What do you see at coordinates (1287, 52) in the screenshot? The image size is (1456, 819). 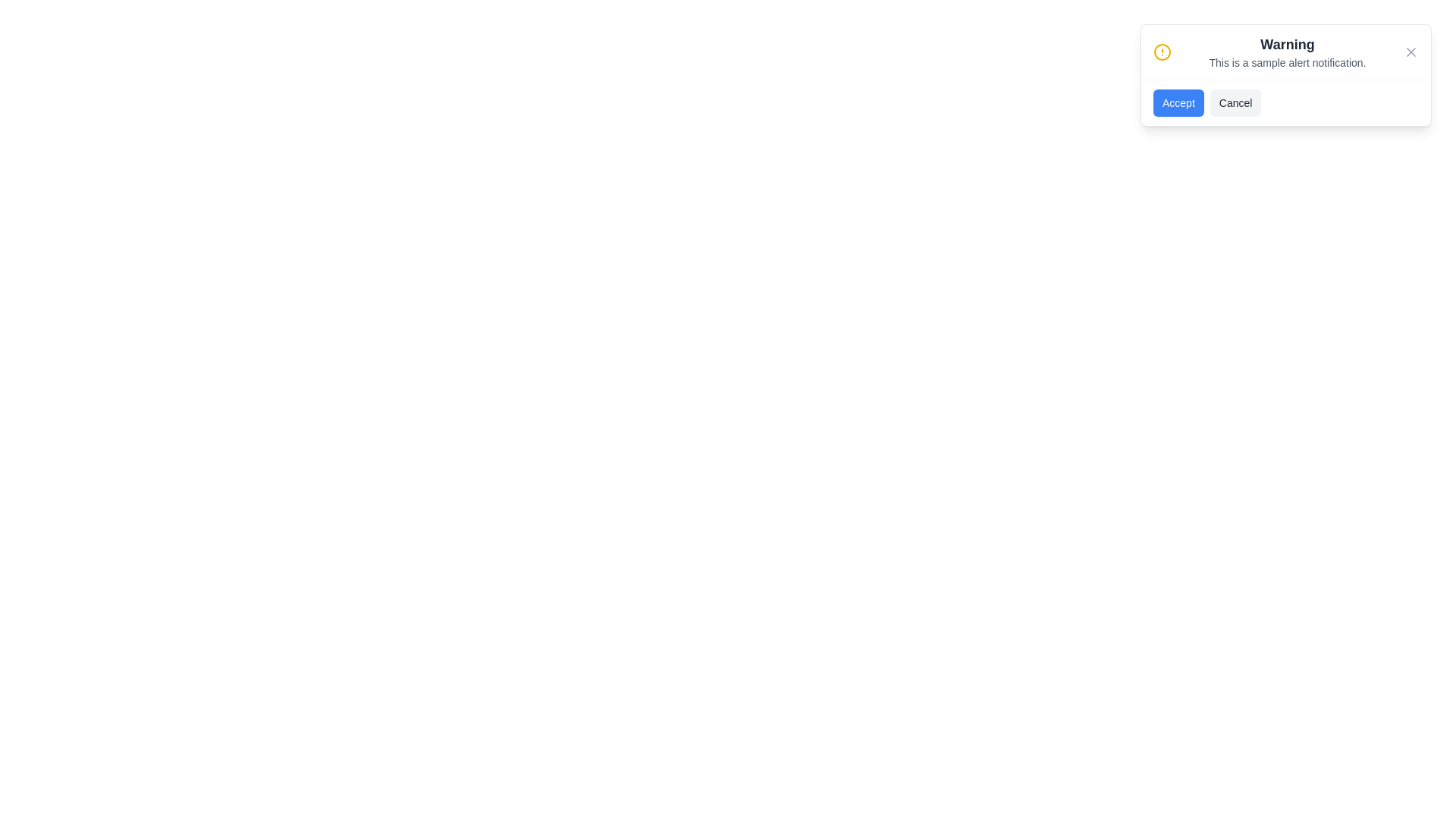 I see `contents of the Text Block that provides the title and description of an alert notification, located in the popup notification card, central to the layout` at bounding box center [1287, 52].